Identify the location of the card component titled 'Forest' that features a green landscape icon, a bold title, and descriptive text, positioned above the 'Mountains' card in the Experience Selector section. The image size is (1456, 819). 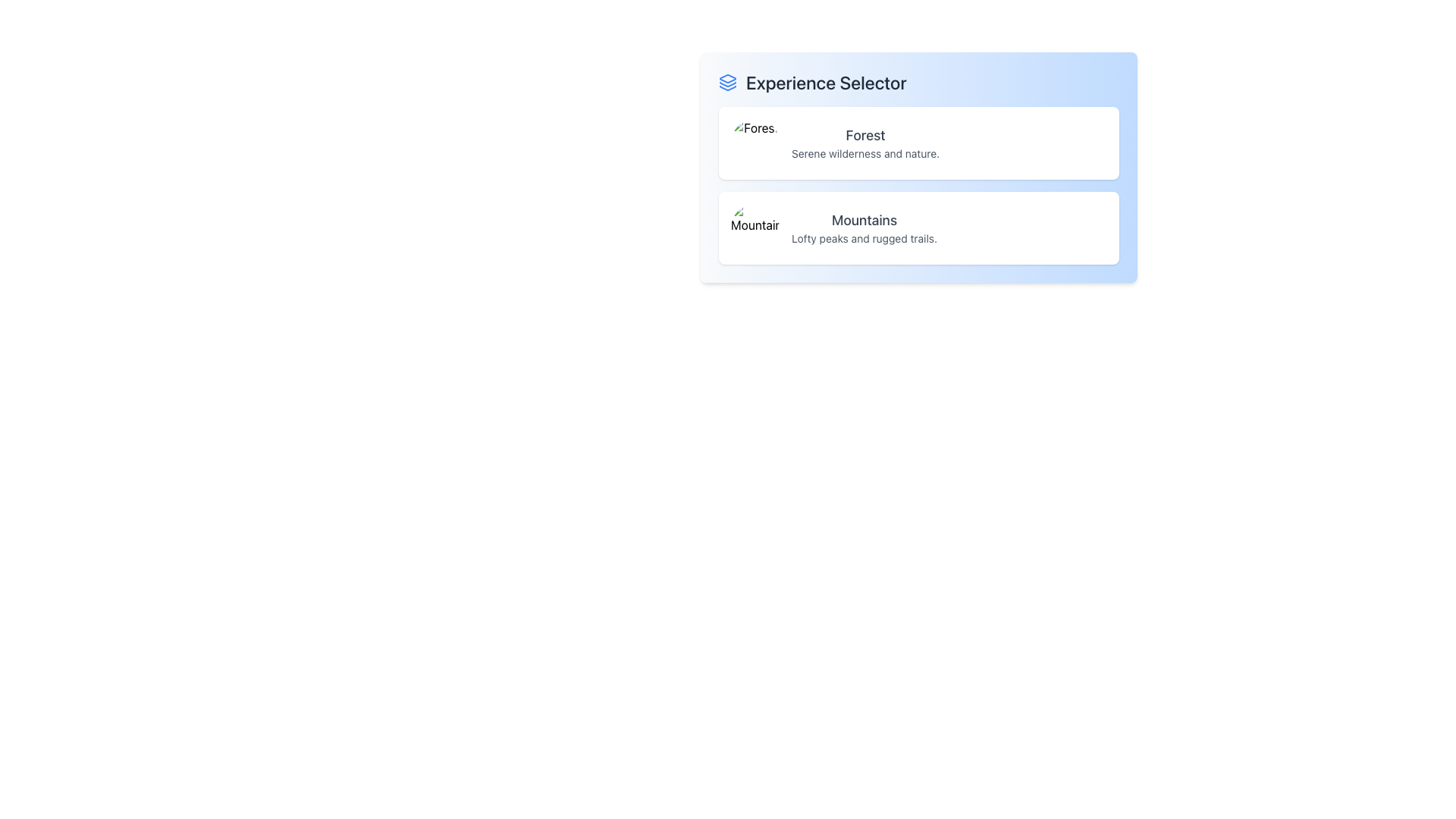
(918, 143).